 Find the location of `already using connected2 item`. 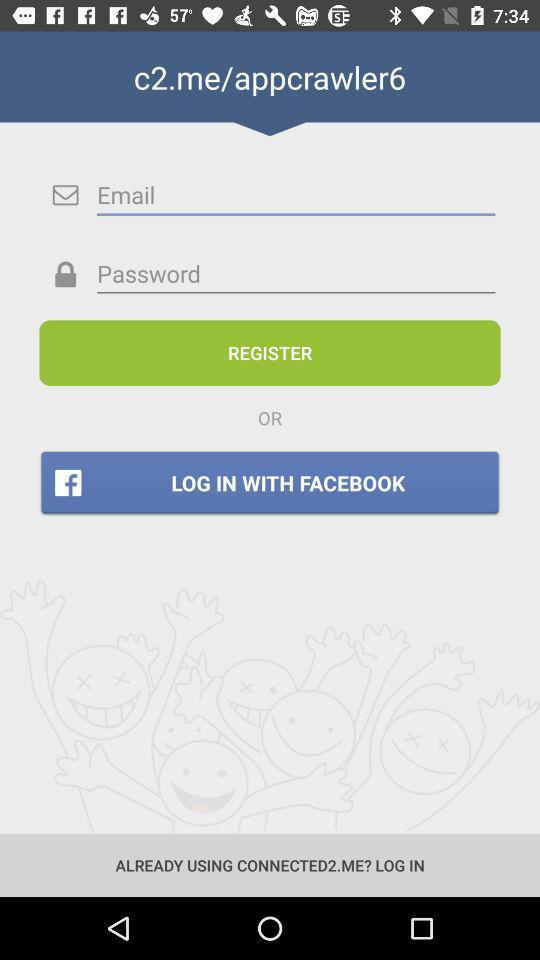

already using connected2 item is located at coordinates (270, 864).